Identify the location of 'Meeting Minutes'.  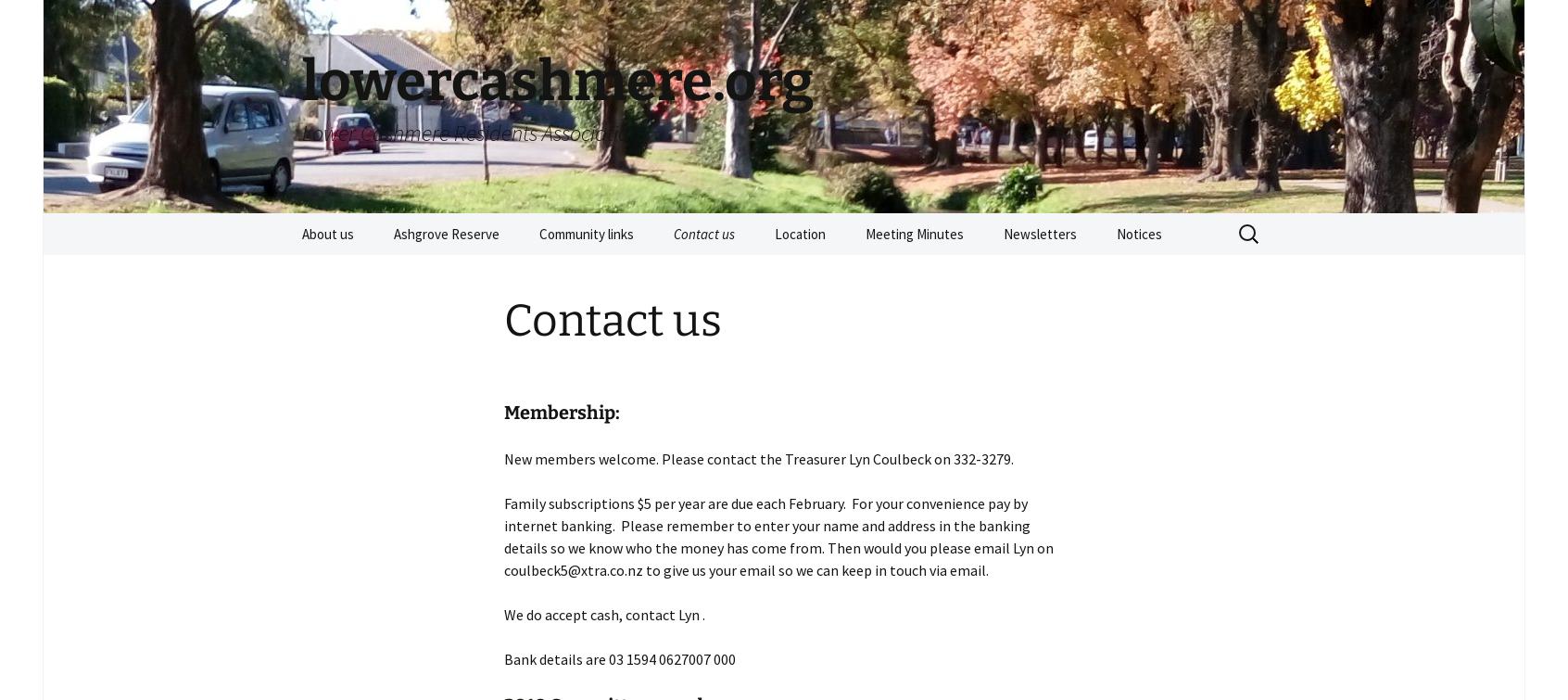
(914, 234).